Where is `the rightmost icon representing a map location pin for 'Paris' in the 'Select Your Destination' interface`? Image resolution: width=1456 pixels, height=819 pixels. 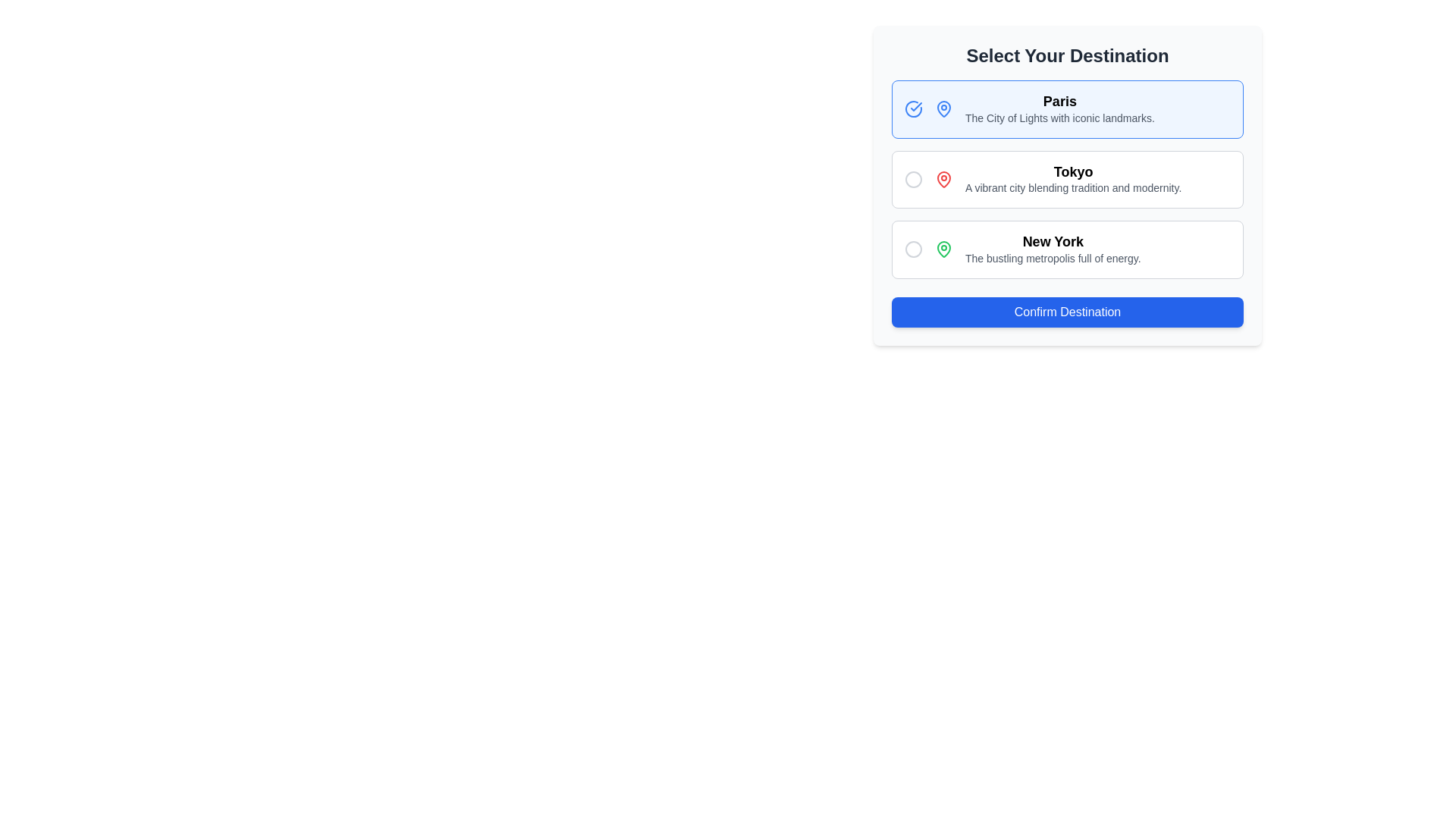
the rightmost icon representing a map location pin for 'Paris' in the 'Select Your Destination' interface is located at coordinates (943, 108).